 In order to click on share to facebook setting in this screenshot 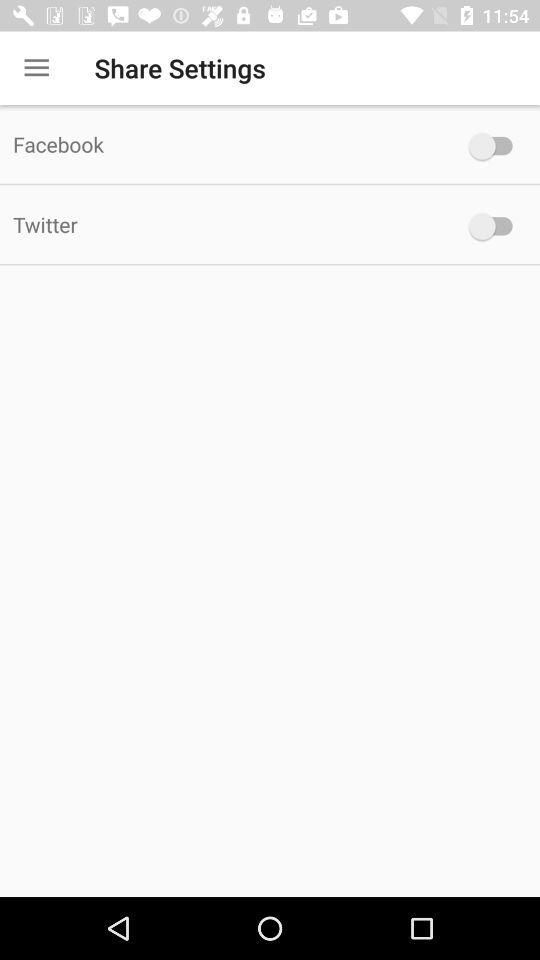, I will do `click(494, 145)`.